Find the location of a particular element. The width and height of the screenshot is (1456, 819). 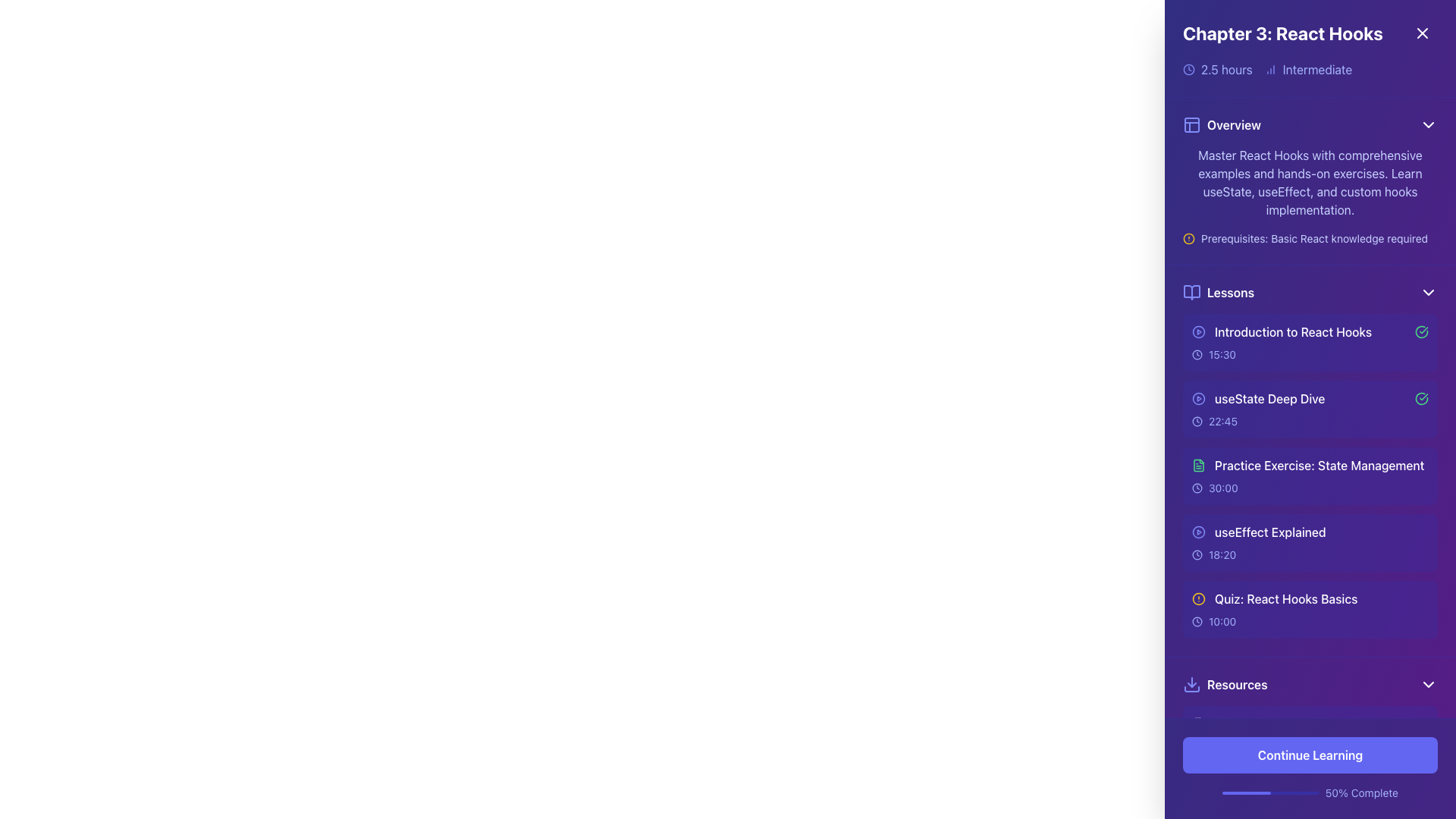

the first lesson entry in the 'Lessons' section of the sidebar menu is located at coordinates (1310, 342).